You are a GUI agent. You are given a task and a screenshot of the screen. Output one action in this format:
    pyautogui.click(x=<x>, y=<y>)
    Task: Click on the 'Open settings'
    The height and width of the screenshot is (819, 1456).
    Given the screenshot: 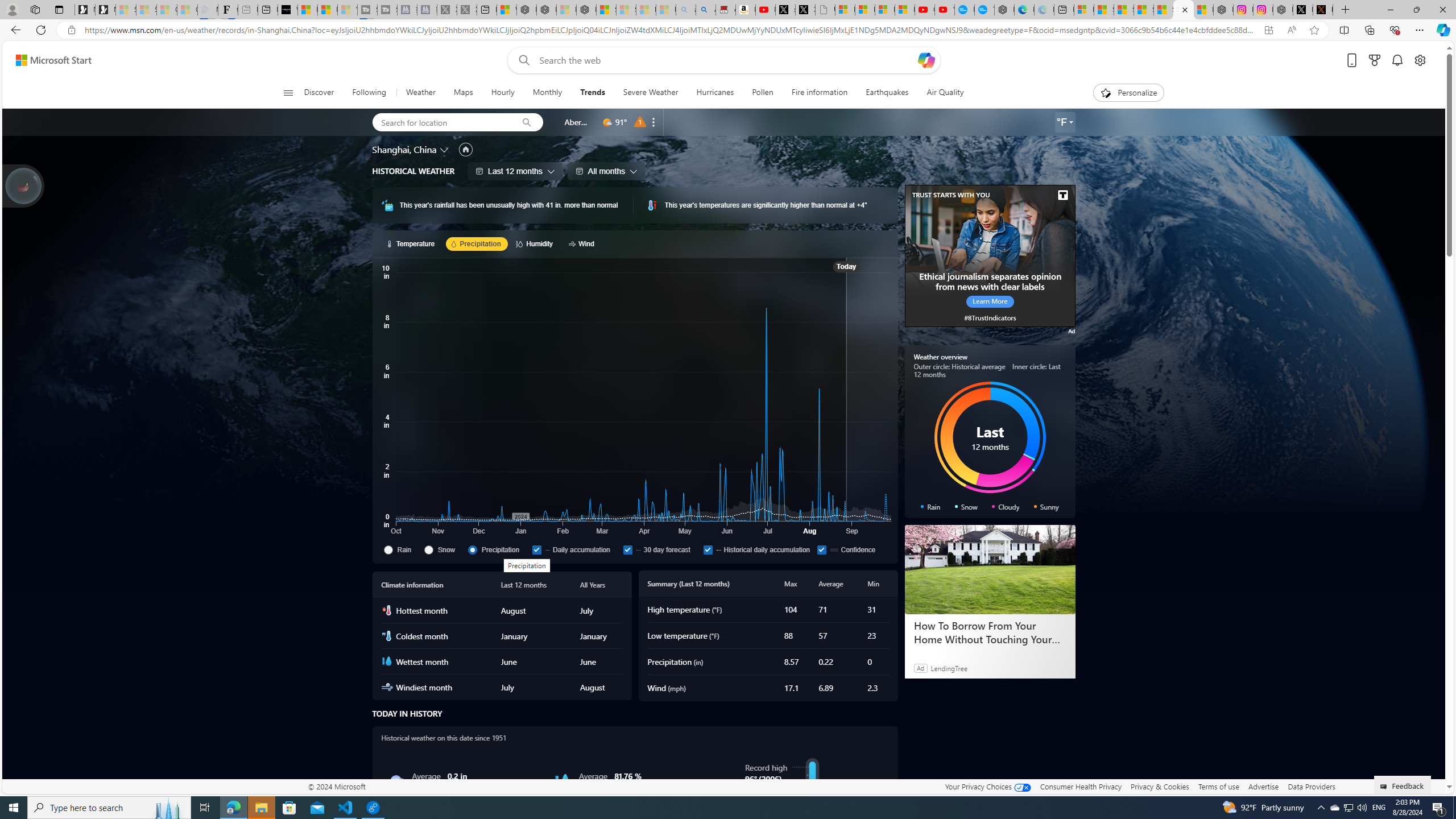 What is the action you would take?
    pyautogui.click(x=1420, y=60)
    